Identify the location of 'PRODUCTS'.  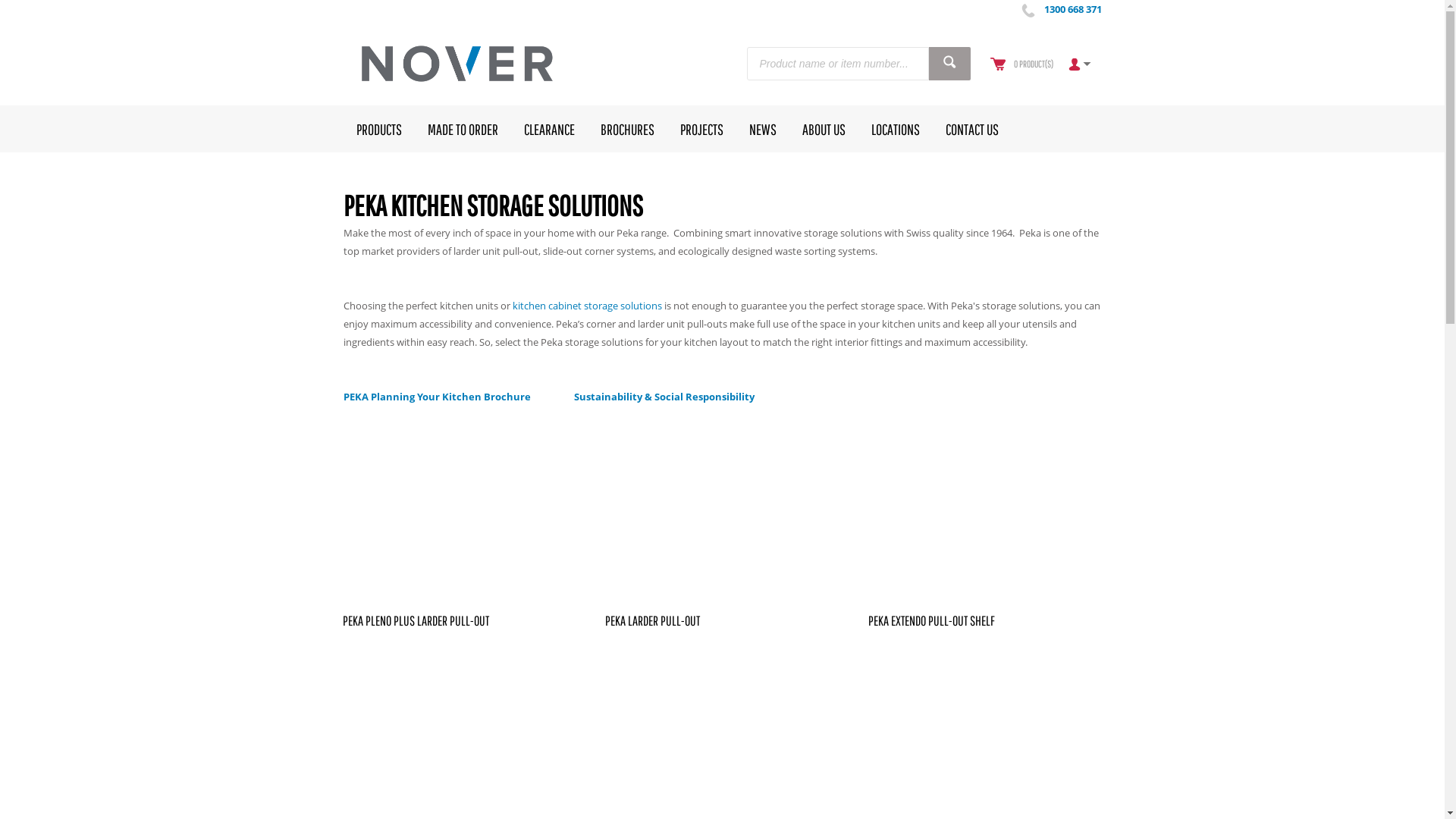
(378, 127).